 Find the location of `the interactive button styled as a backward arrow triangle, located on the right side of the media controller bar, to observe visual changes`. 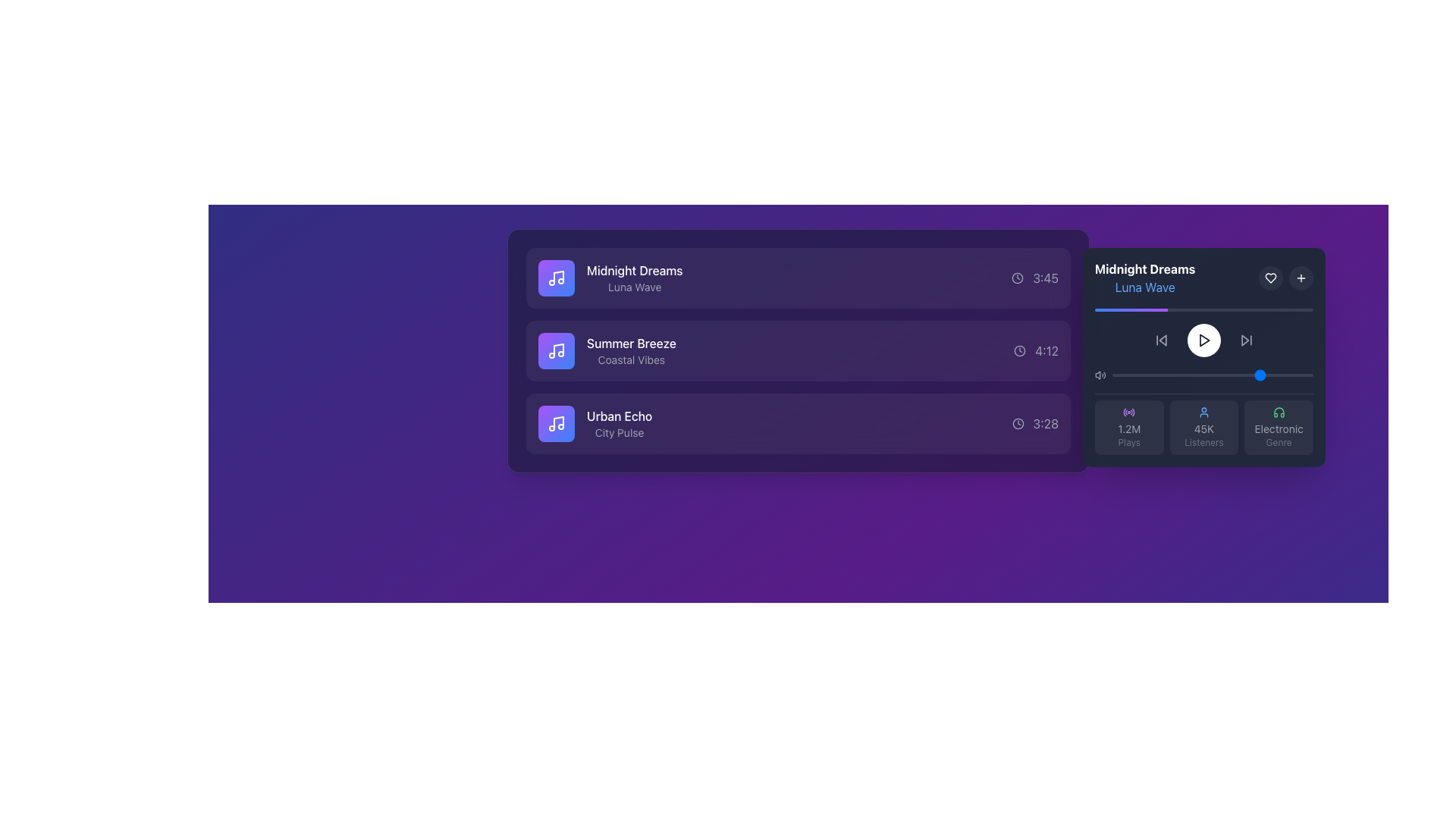

the interactive button styled as a backward arrow triangle, located on the right side of the media controller bar, to observe visual changes is located at coordinates (1160, 339).